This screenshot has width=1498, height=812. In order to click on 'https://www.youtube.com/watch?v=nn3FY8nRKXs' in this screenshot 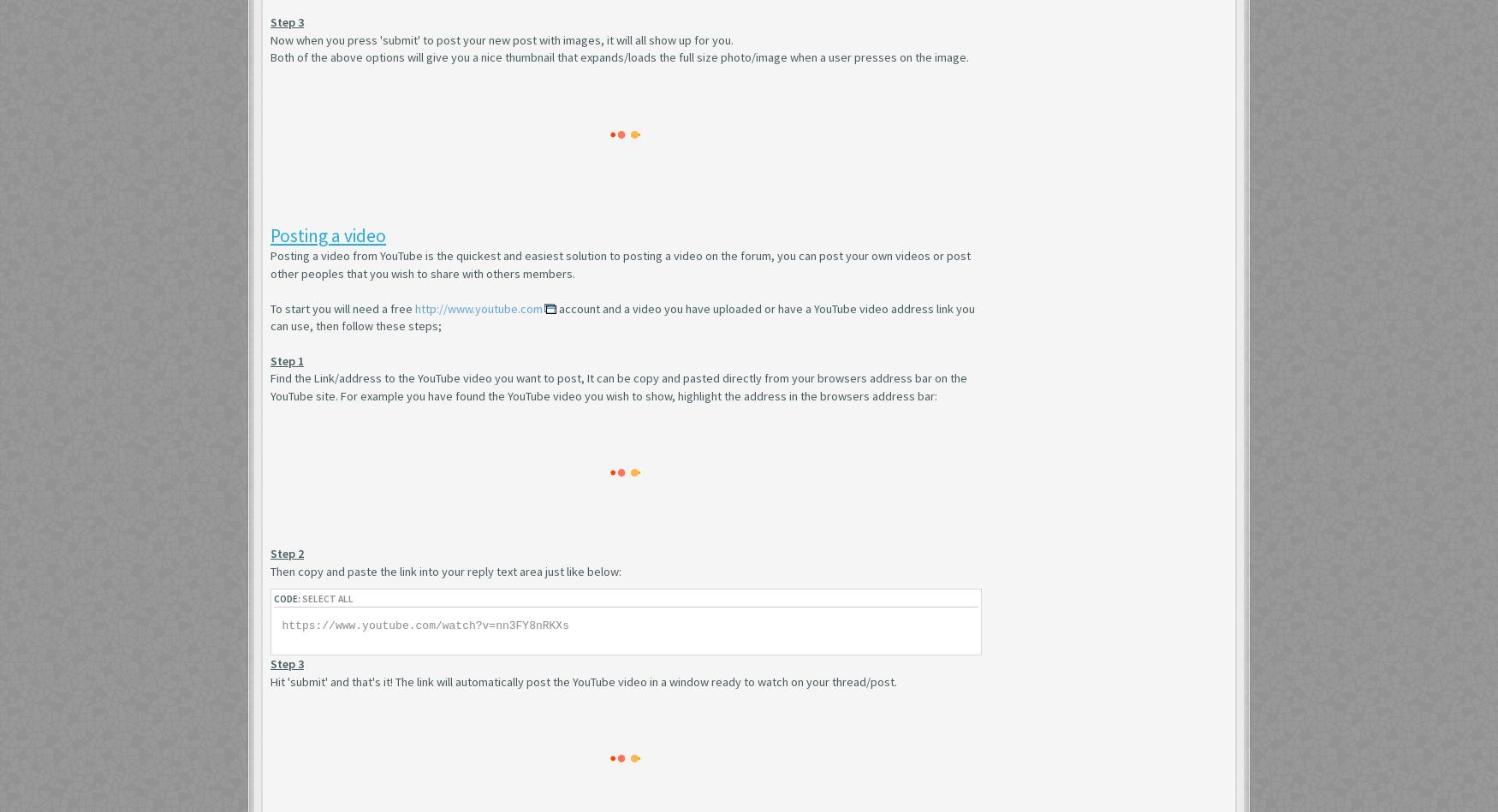, I will do `click(425, 625)`.